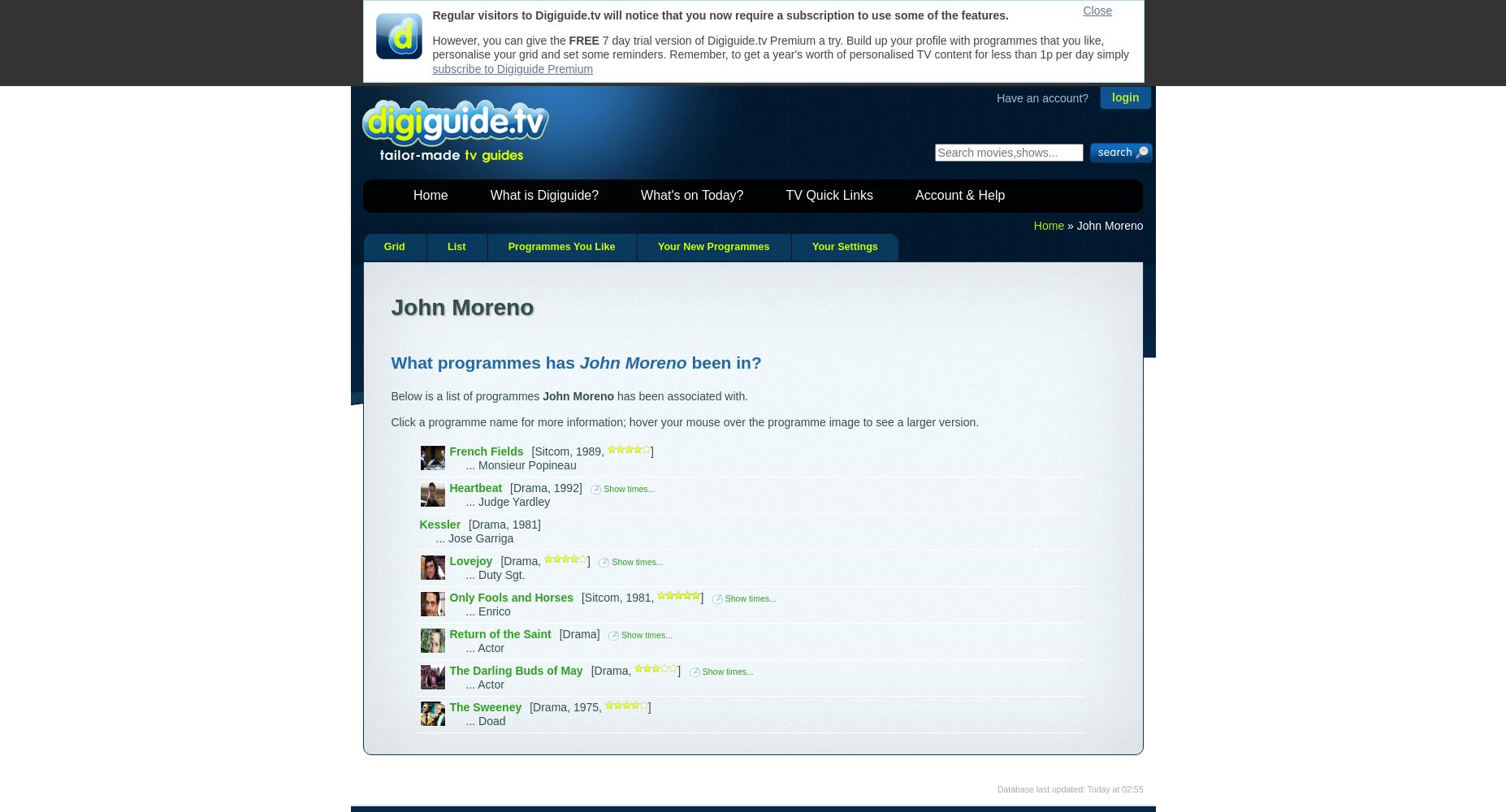 This screenshot has width=1506, height=812. What do you see at coordinates (1097, 11) in the screenshot?
I see `'Close'` at bounding box center [1097, 11].